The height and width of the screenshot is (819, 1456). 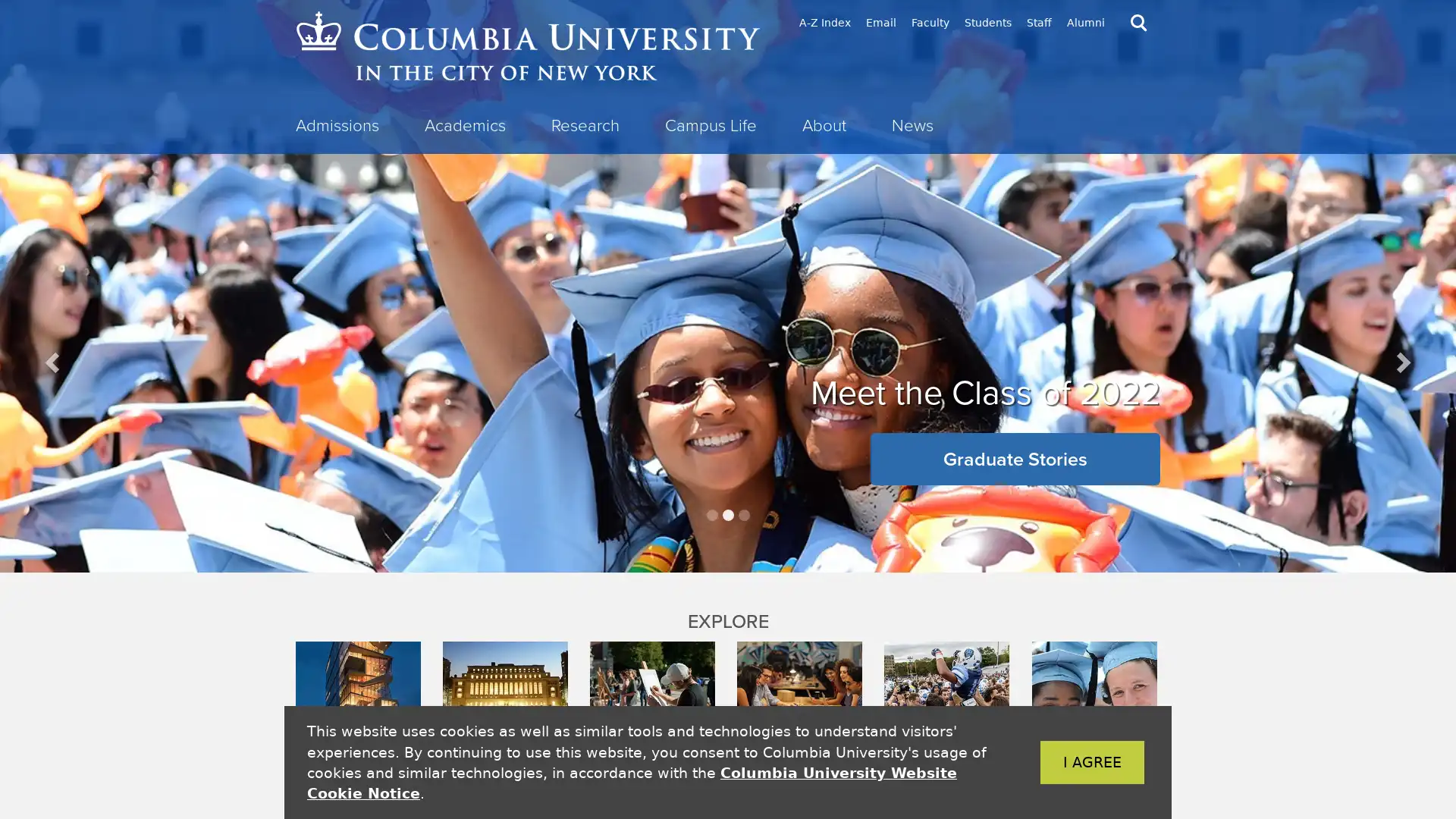 I want to click on Previous, so click(x=54, y=362).